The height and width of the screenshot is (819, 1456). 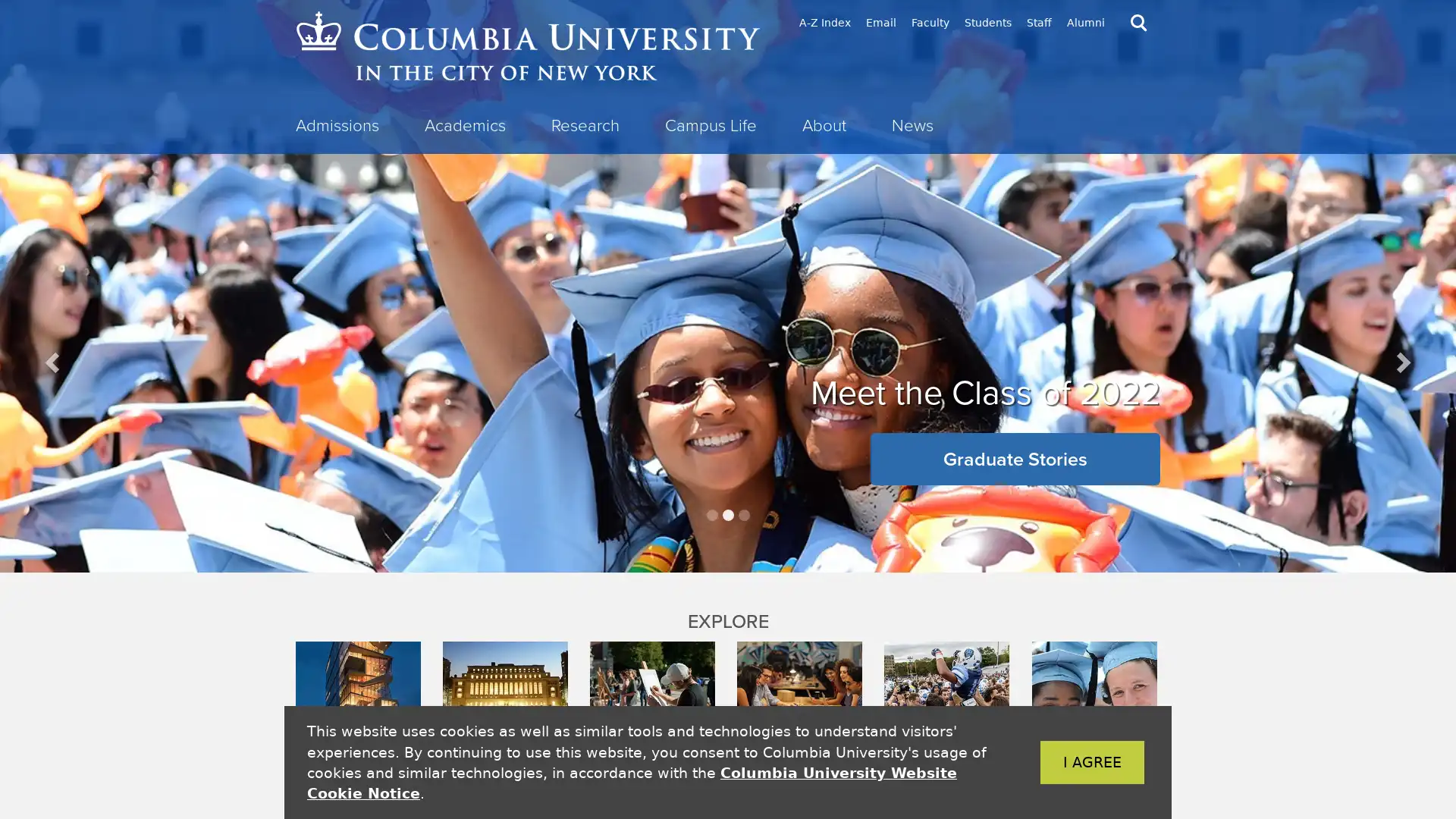 I want to click on Previous, so click(x=54, y=362).